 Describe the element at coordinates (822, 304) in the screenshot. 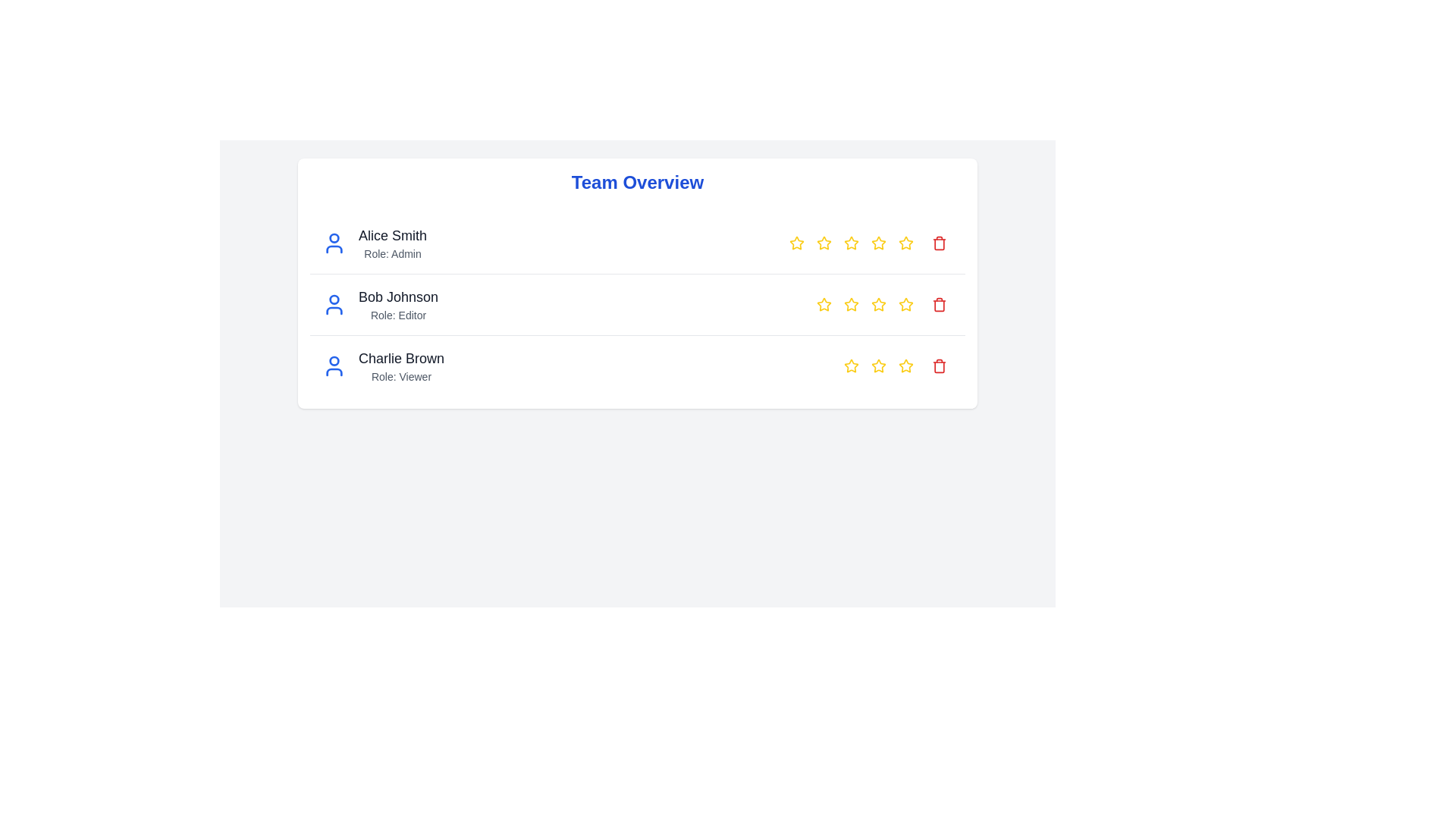

I see `the second star icon to rate 'Bob Johnson' under the 'Team Overview' section` at that location.